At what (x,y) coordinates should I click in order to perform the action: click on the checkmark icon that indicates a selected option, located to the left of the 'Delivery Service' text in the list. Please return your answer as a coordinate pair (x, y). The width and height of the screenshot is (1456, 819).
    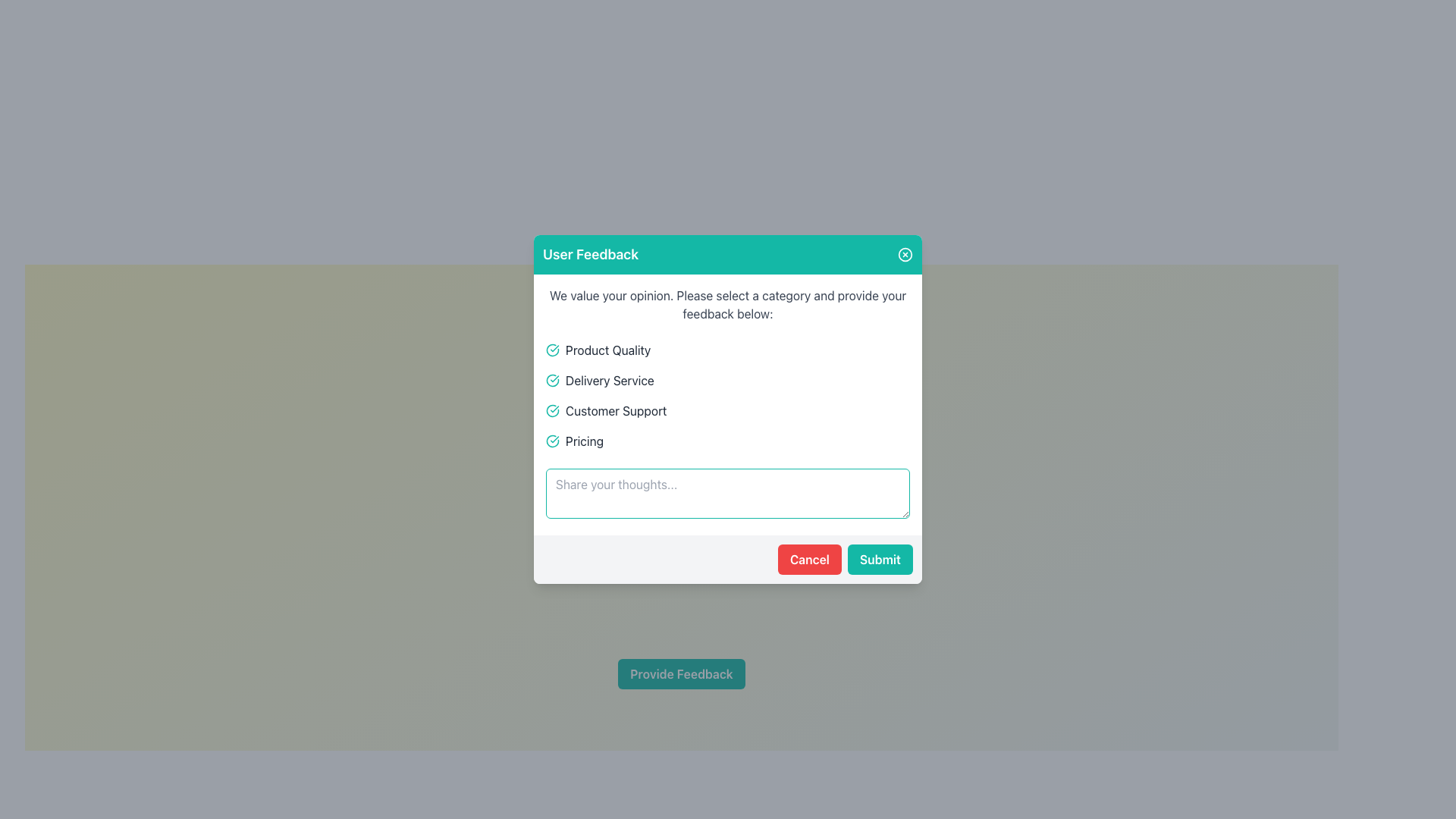
    Looking at the image, I should click on (552, 379).